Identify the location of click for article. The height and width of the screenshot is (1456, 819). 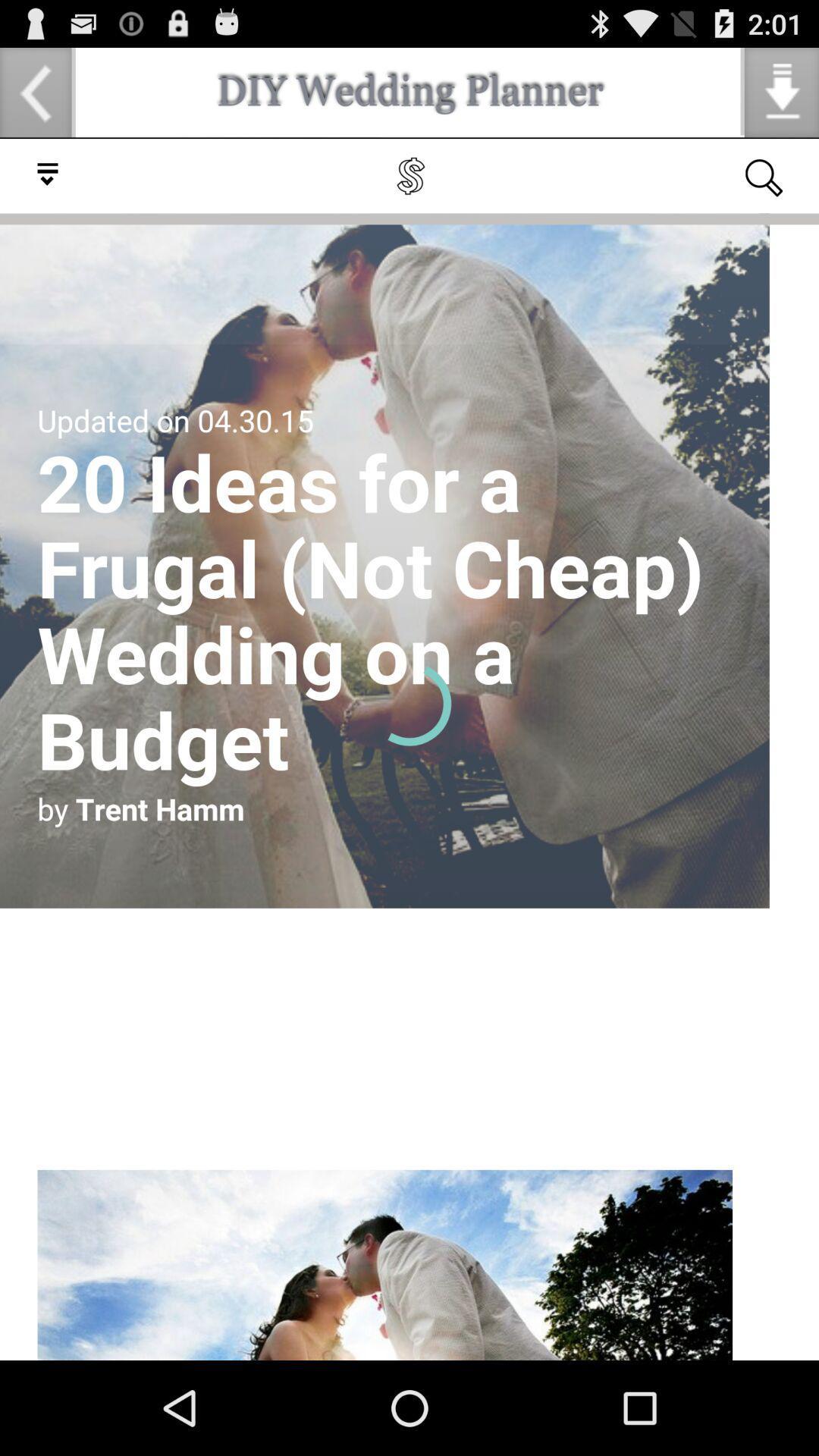
(409, 749).